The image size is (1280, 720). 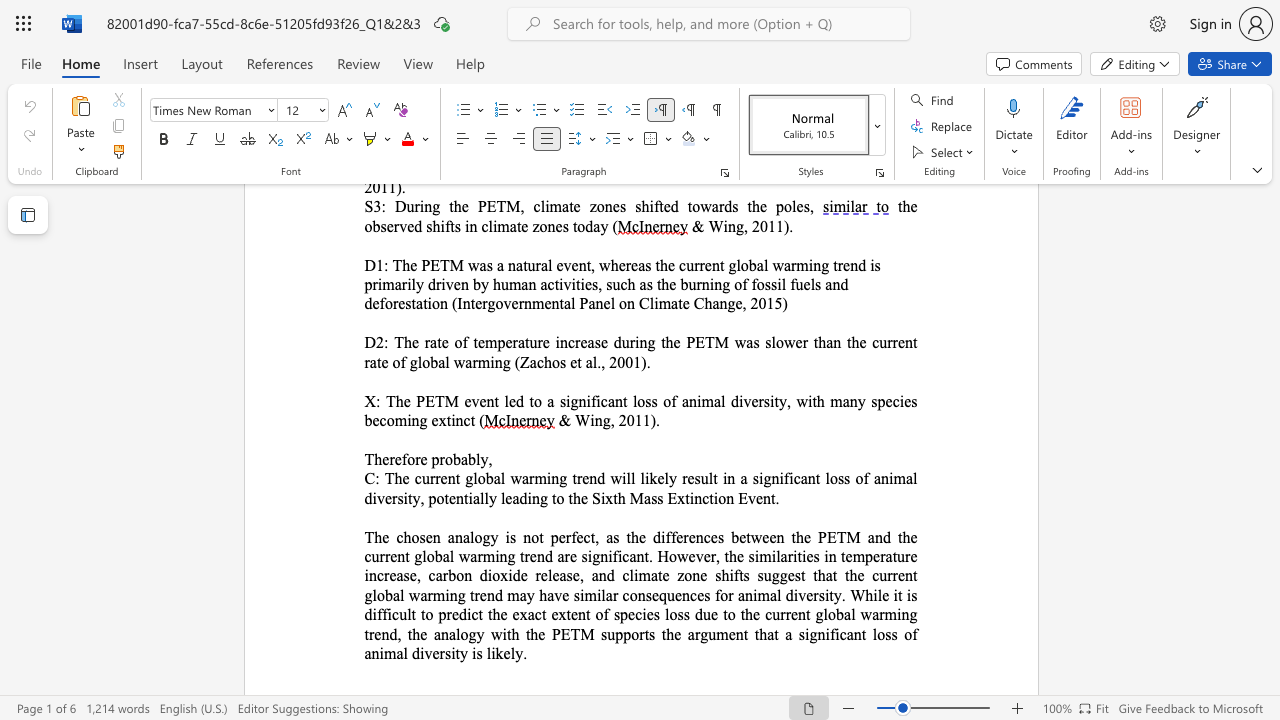 I want to click on the 3th character "n" in the text, so click(x=592, y=478).